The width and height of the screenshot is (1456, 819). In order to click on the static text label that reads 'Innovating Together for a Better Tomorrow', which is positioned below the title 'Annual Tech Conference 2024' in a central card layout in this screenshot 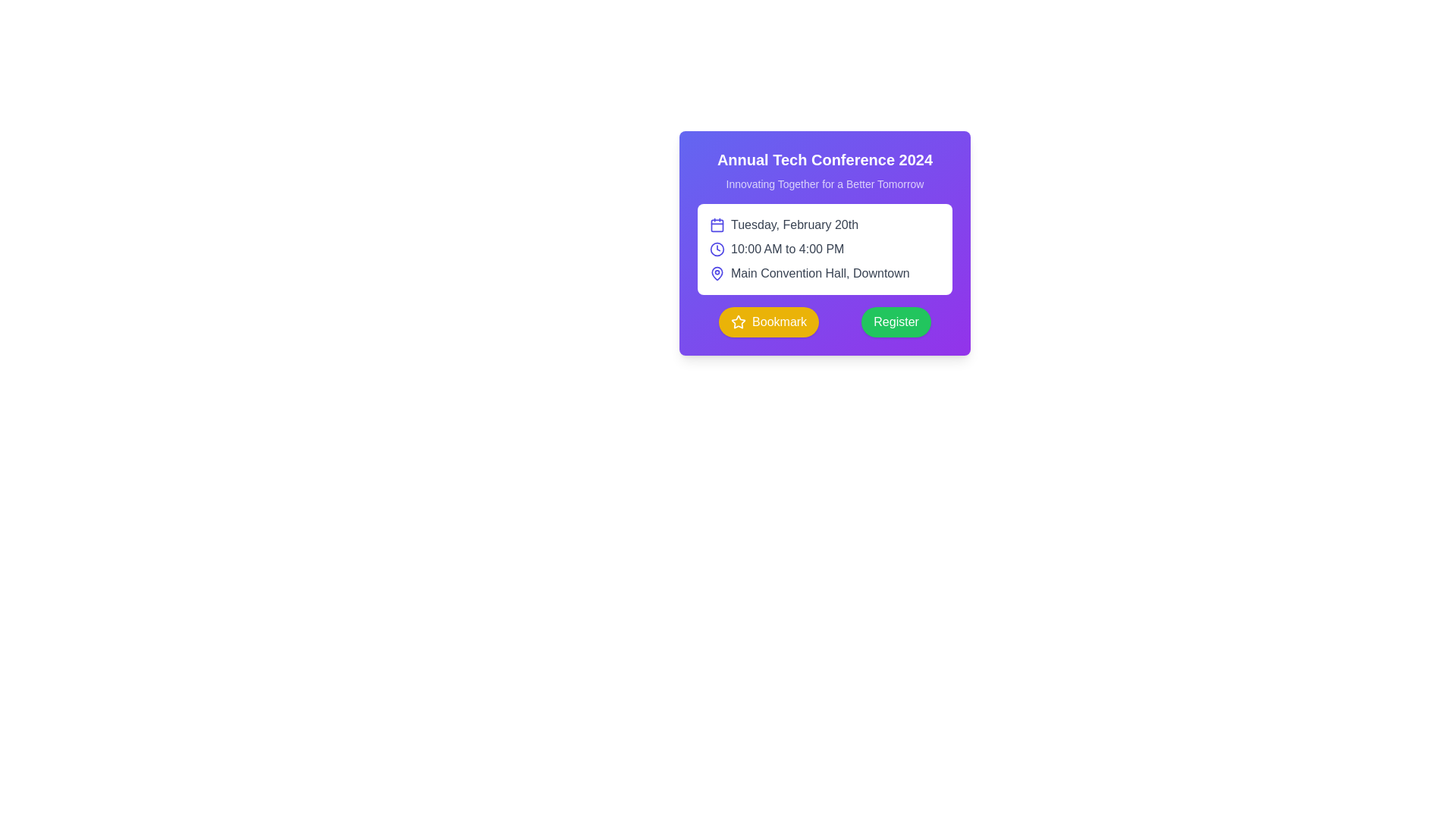, I will do `click(824, 184)`.